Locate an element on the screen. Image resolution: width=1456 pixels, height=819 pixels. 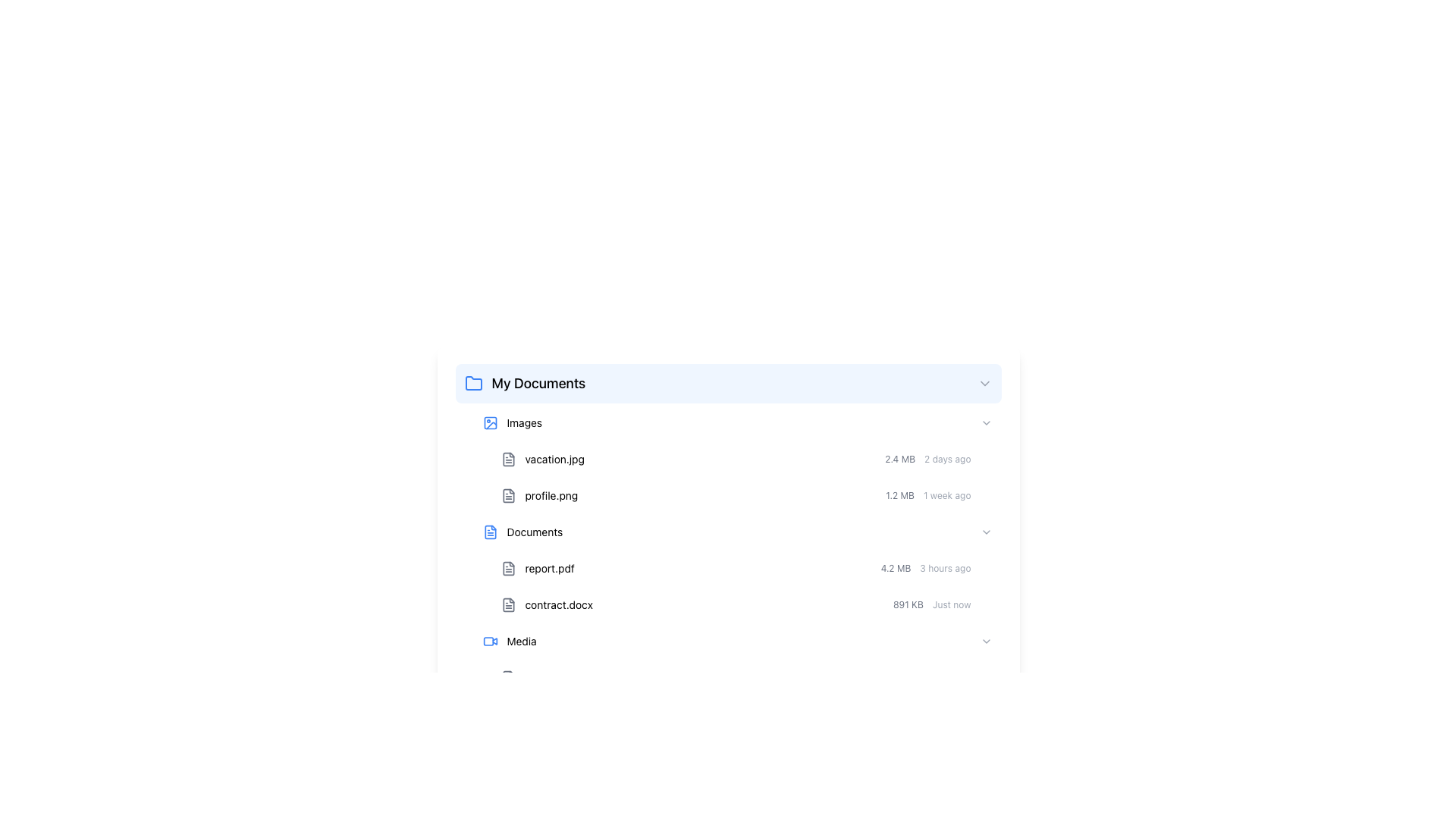
the 'Media' element, which features a blue video camera icon alongside the text 'Media', located at the bottom of the 'My Documents' section is located at coordinates (510, 641).